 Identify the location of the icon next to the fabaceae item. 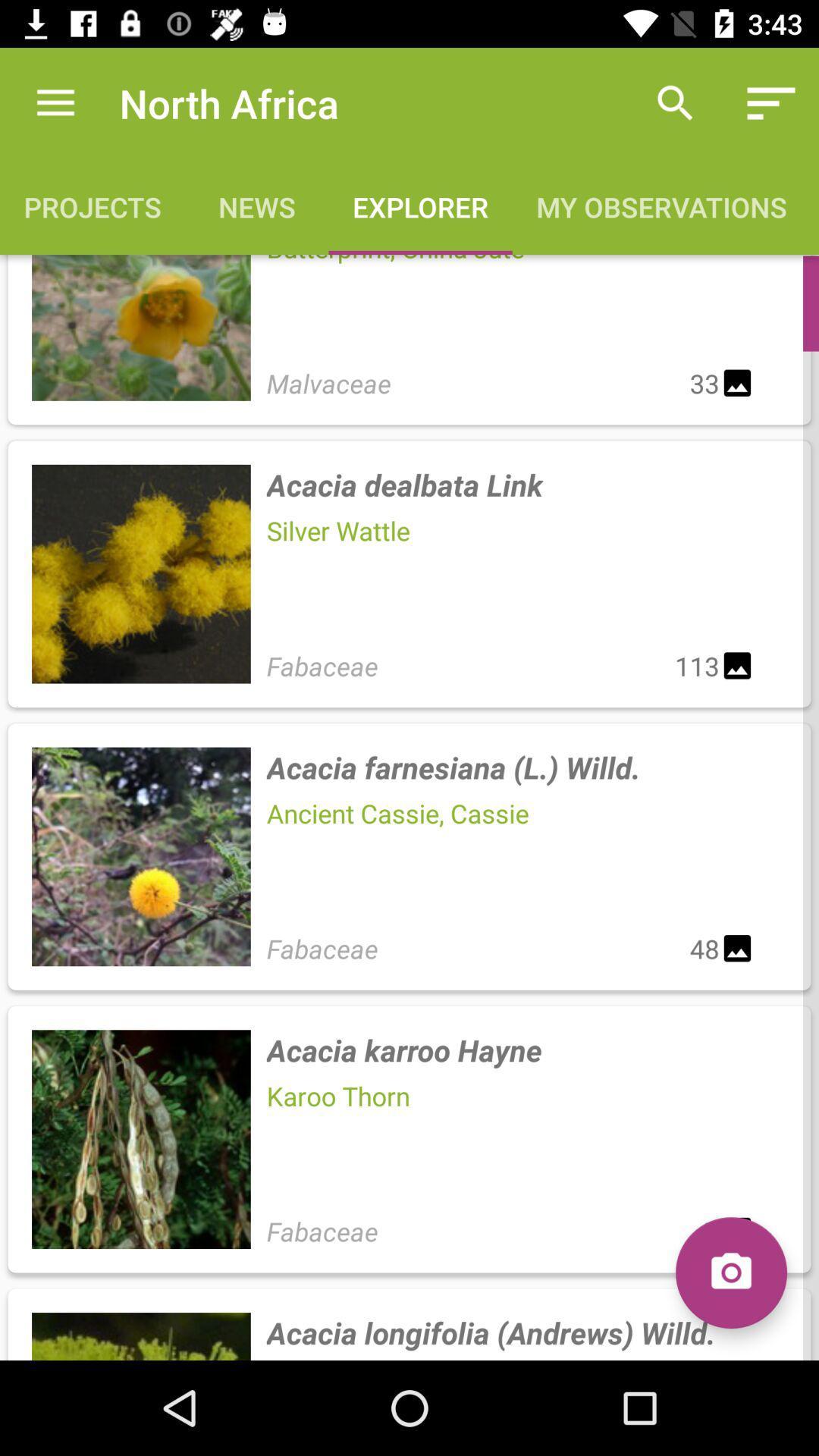
(730, 1272).